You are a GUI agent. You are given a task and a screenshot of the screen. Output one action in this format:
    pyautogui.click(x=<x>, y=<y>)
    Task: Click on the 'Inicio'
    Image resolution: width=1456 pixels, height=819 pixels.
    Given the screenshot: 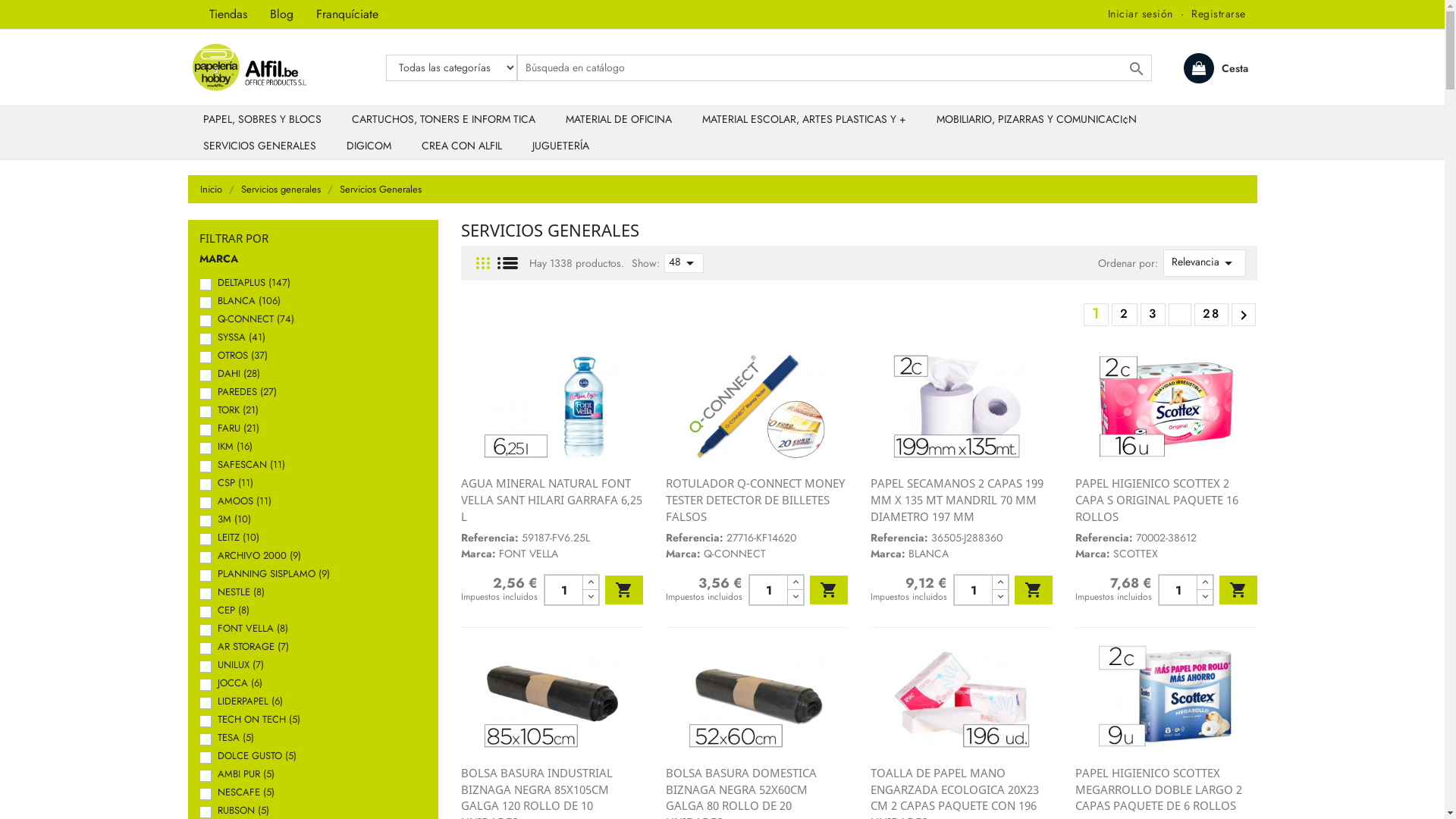 What is the action you would take?
    pyautogui.click(x=199, y=188)
    